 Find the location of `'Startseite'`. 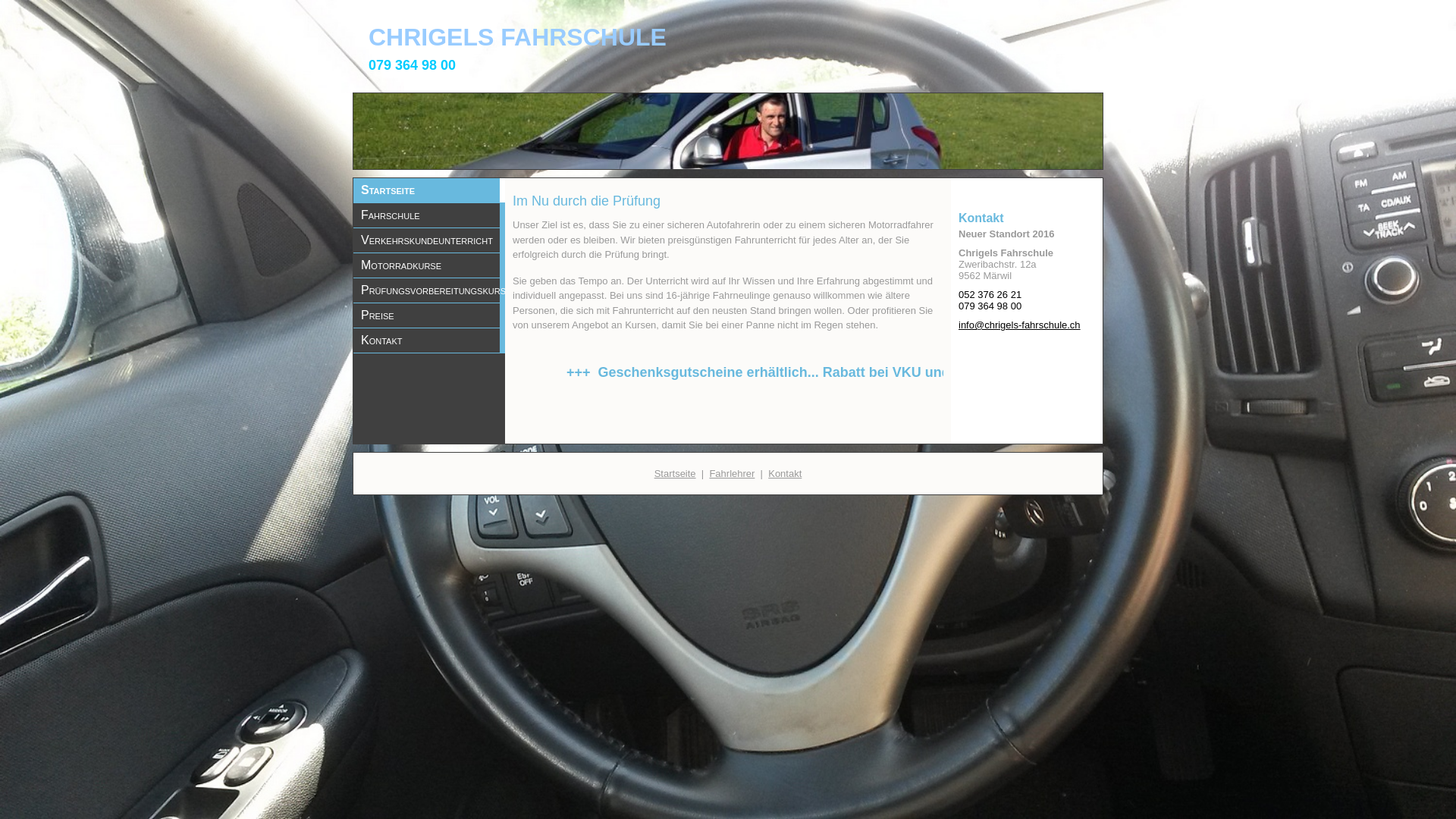

'Startseite' is located at coordinates (674, 472).